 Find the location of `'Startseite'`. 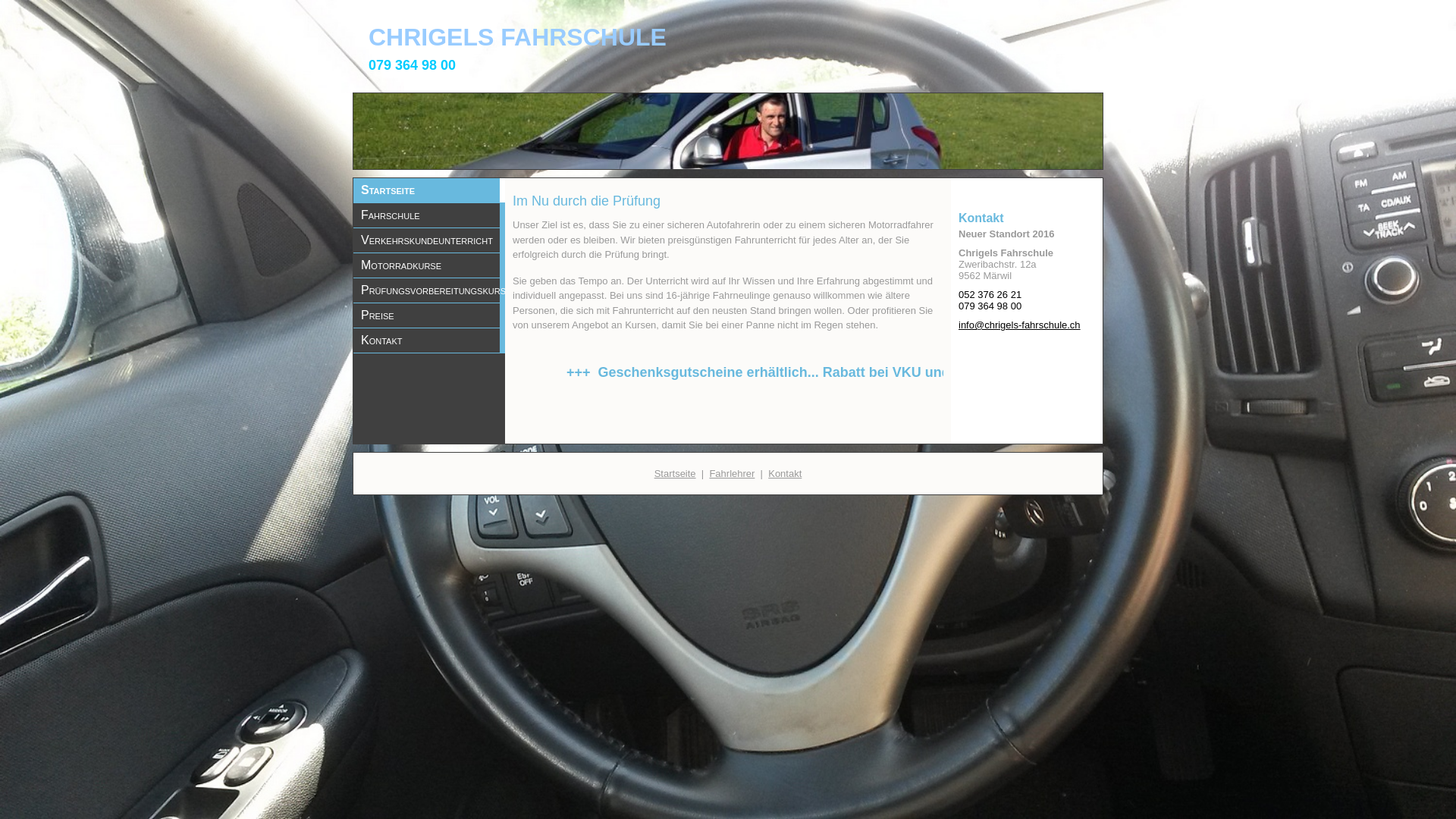

'Startseite' is located at coordinates (674, 472).